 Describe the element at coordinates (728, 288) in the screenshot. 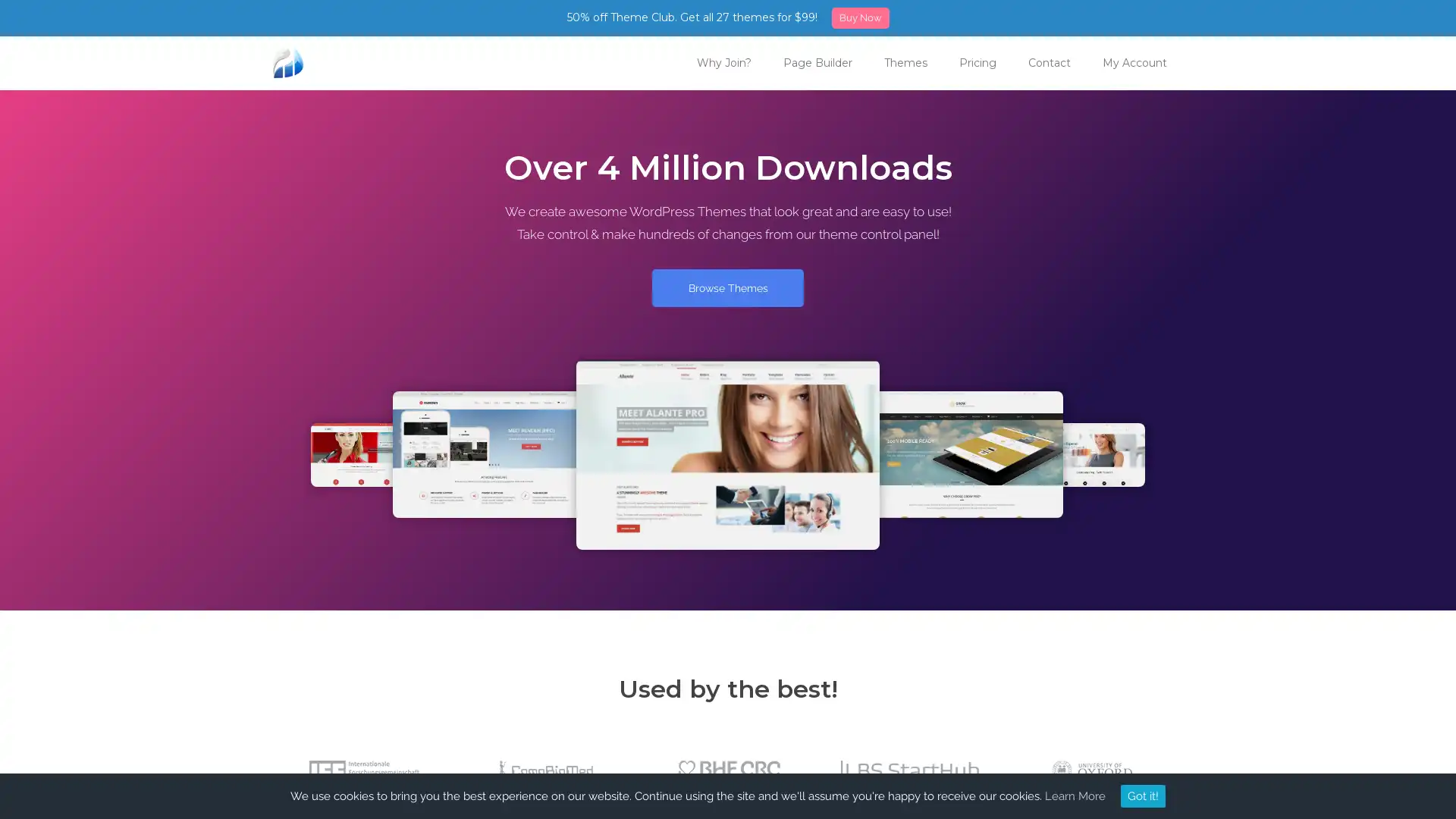

I see `Browse Themes` at that location.